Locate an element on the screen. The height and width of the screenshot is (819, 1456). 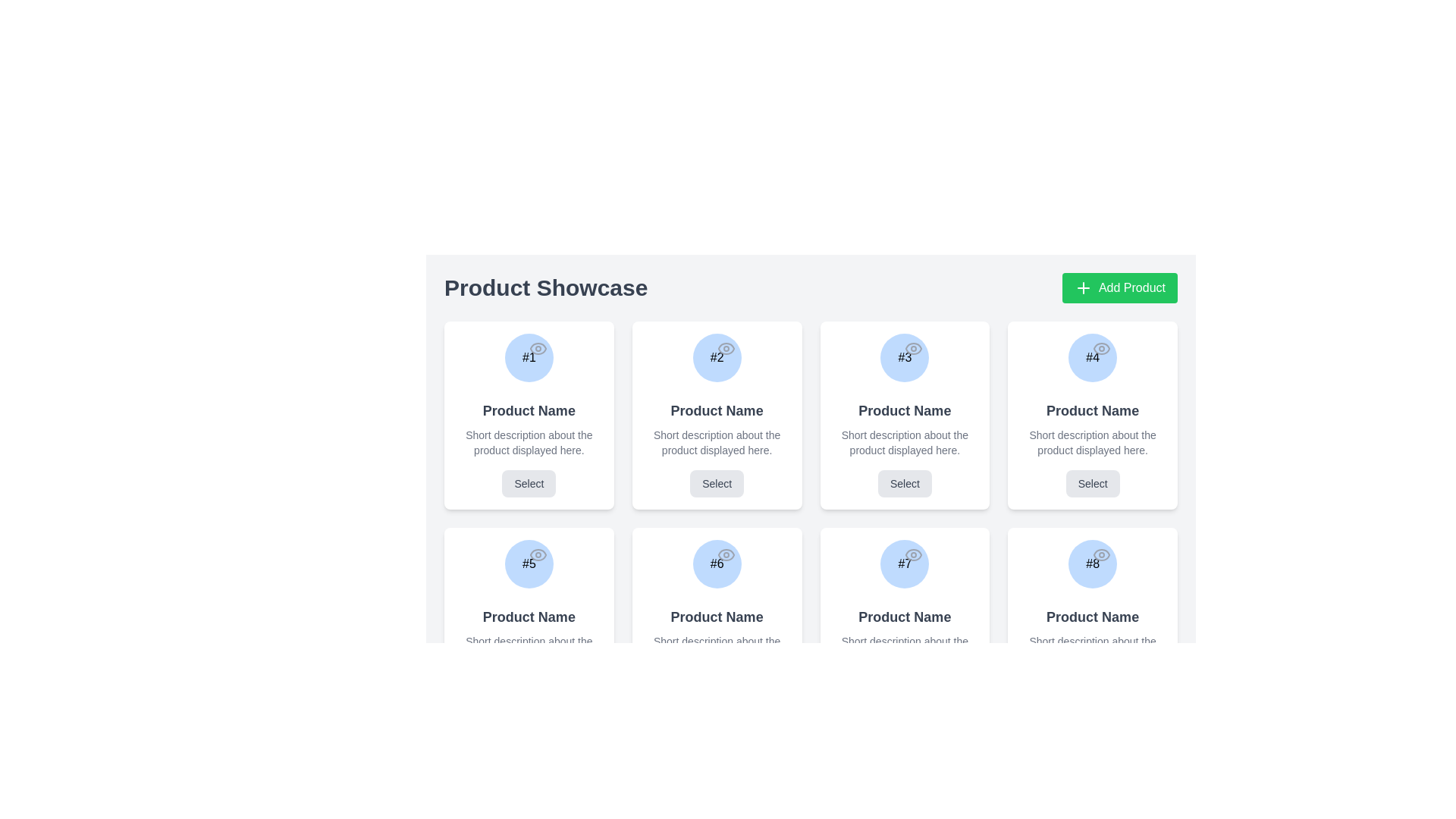
the circular Visual Badge with a light blue background and the text '#8' in the bottom-right position of the grid layout is located at coordinates (1093, 564).